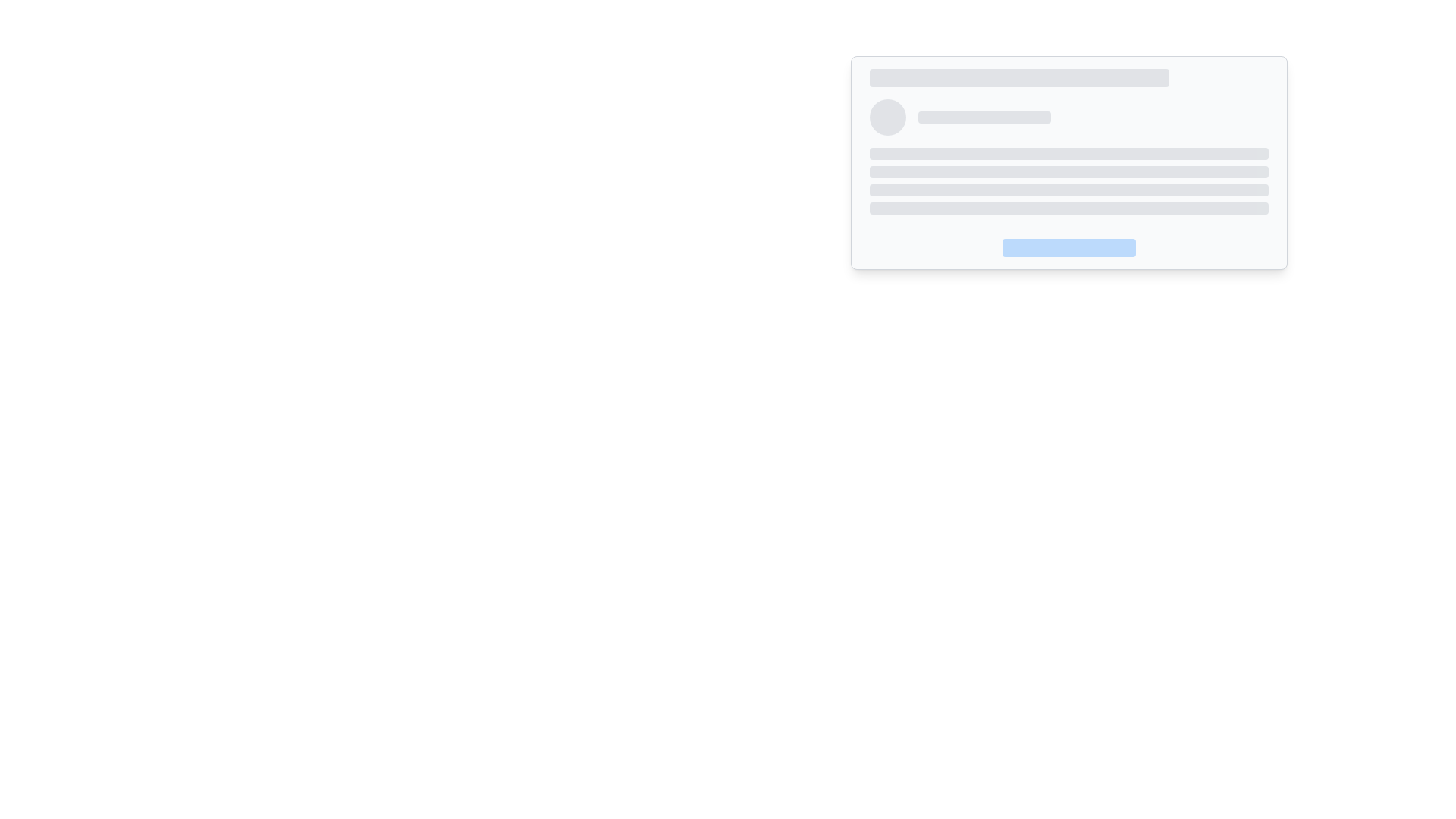 The width and height of the screenshot is (1456, 819). What do you see at coordinates (1068, 241) in the screenshot?
I see `the Progress bar placeholder, which is a horizontal blue bar with rounded corners, centrally aligned at the bottom of a light-gray card-like component` at bounding box center [1068, 241].